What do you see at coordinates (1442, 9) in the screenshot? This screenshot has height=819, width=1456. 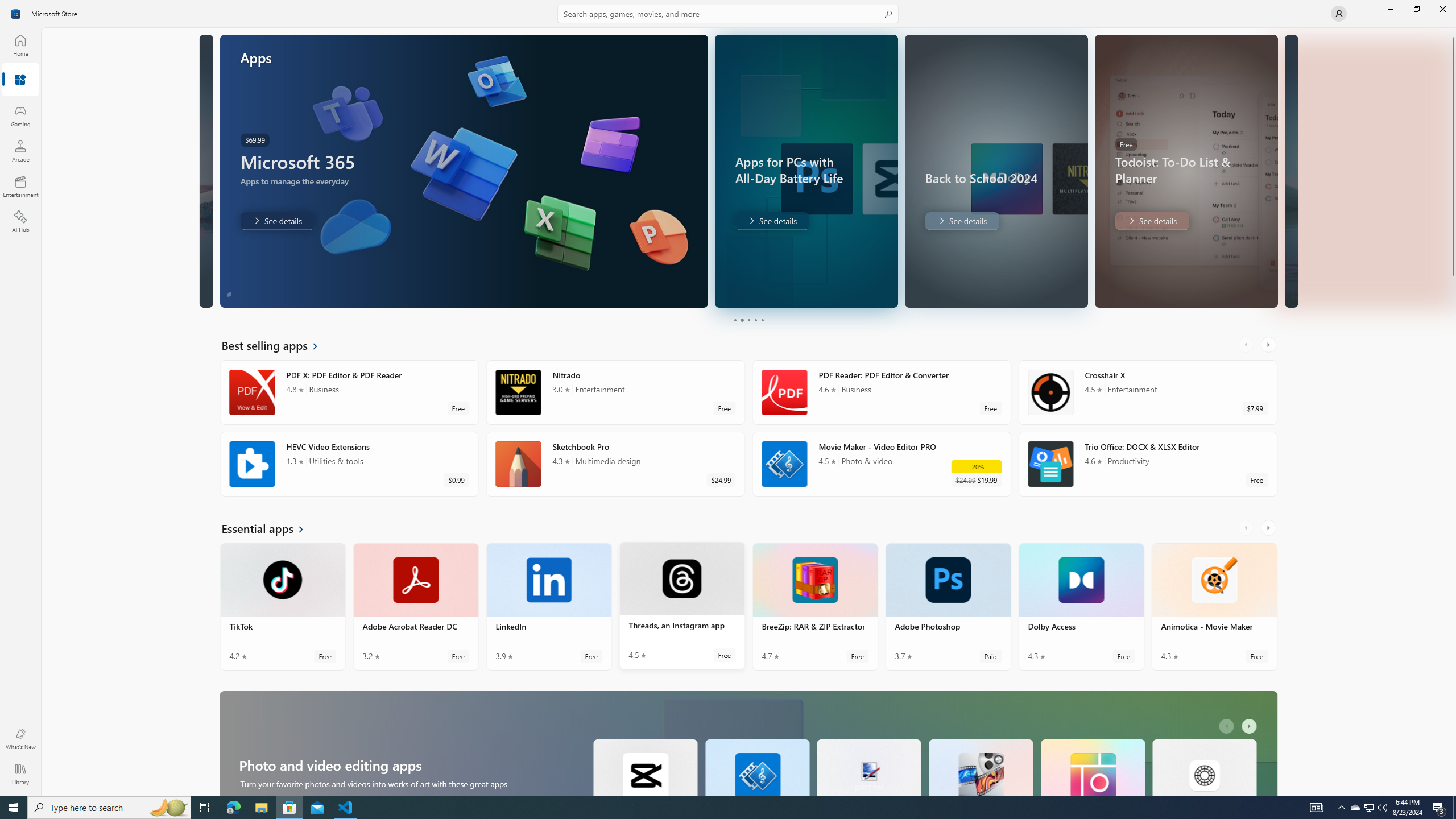 I see `'Close Microsoft Store'` at bounding box center [1442, 9].